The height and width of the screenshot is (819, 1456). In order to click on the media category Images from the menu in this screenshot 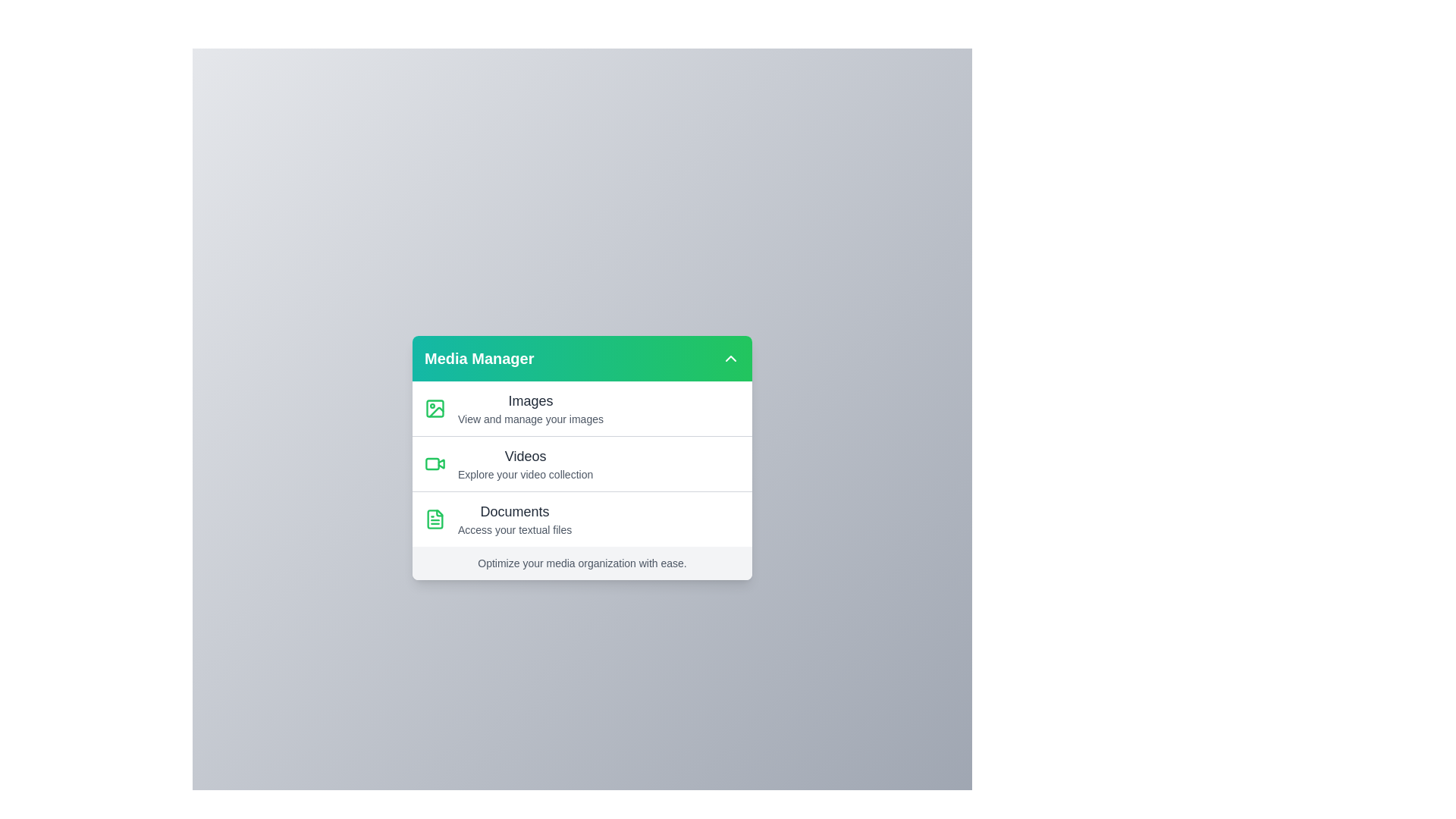, I will do `click(582, 408)`.